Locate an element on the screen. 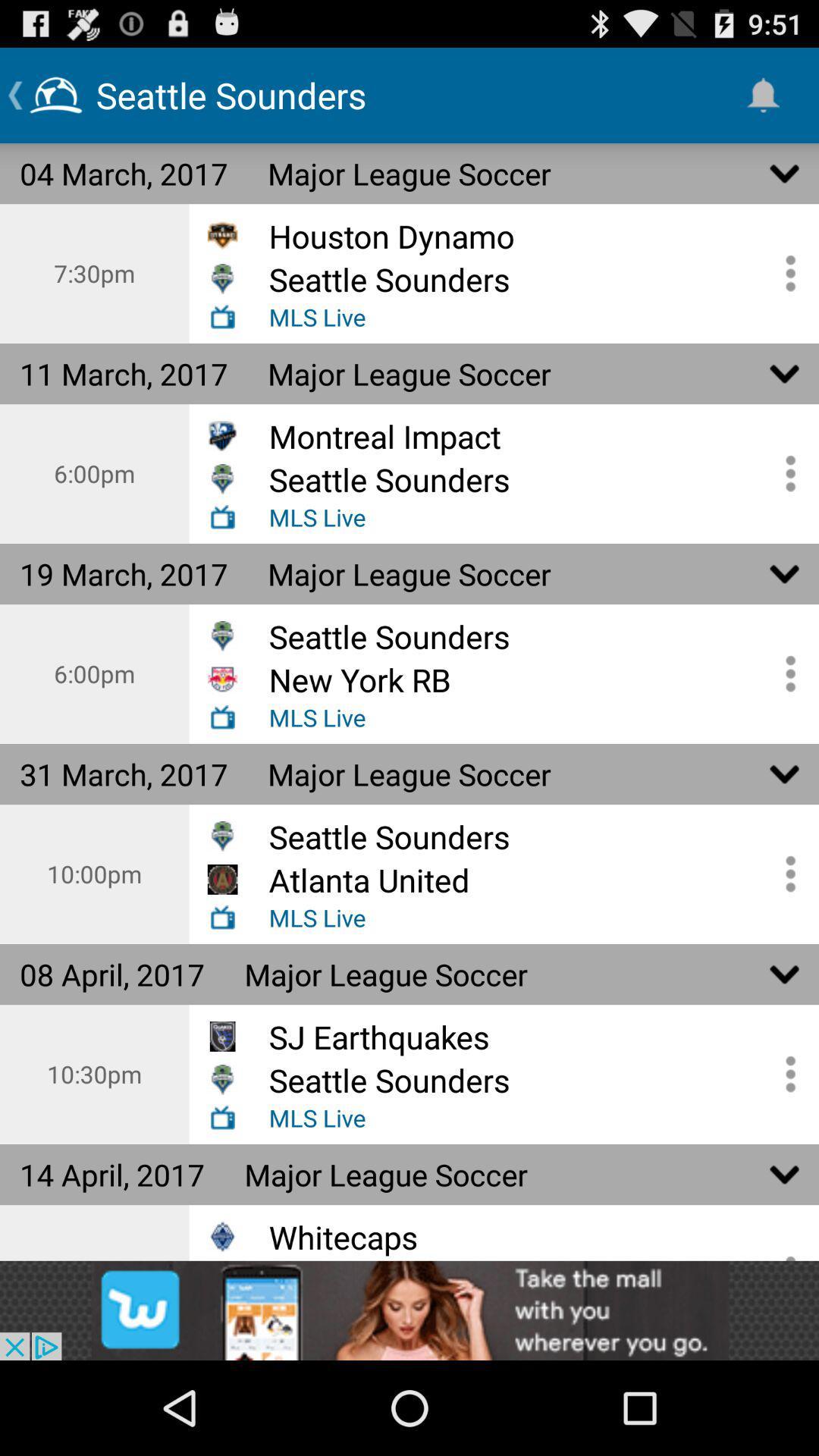 The height and width of the screenshot is (1456, 819). open details is located at coordinates (785, 673).